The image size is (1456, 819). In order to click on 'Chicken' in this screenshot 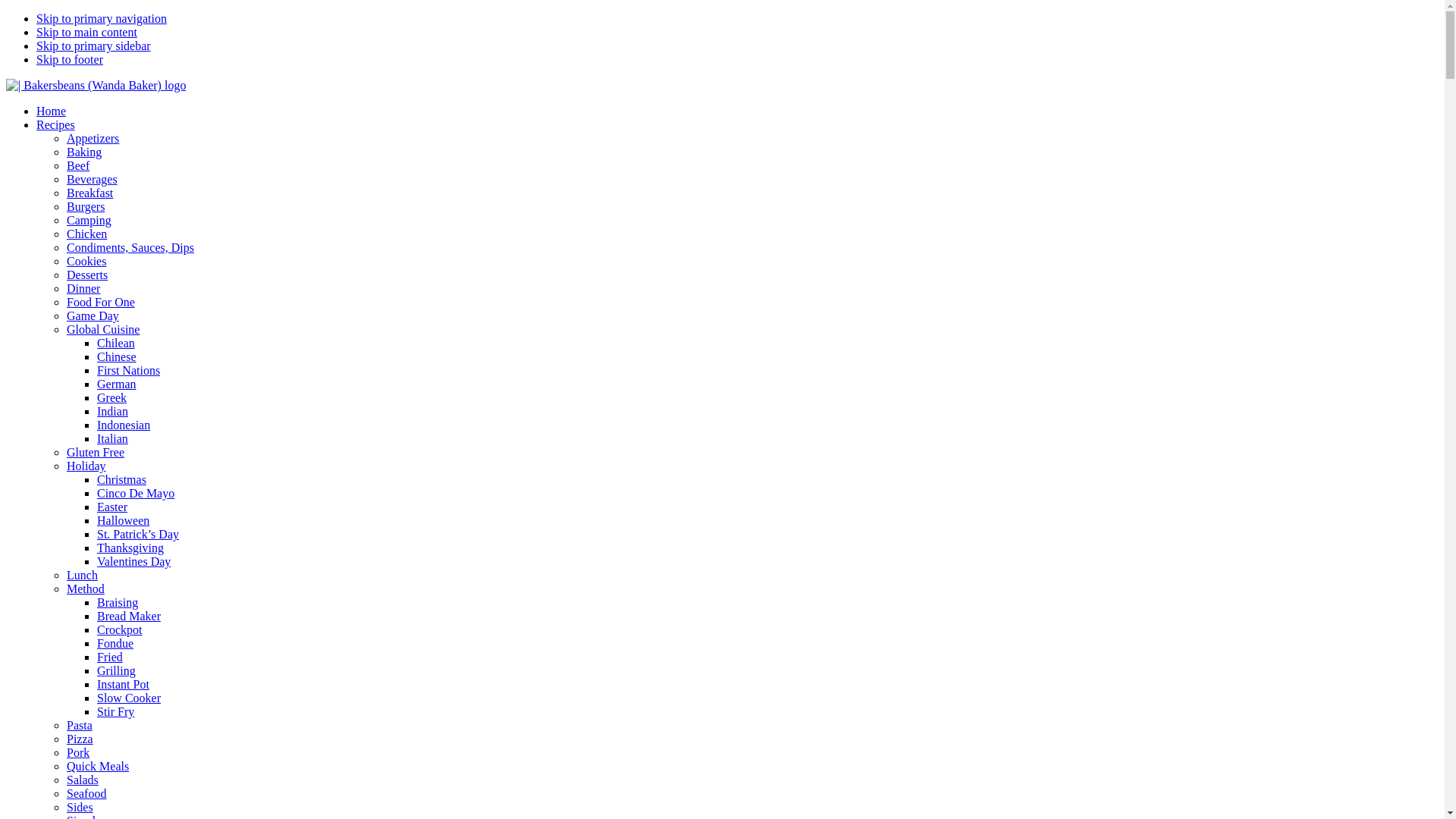, I will do `click(86, 234)`.